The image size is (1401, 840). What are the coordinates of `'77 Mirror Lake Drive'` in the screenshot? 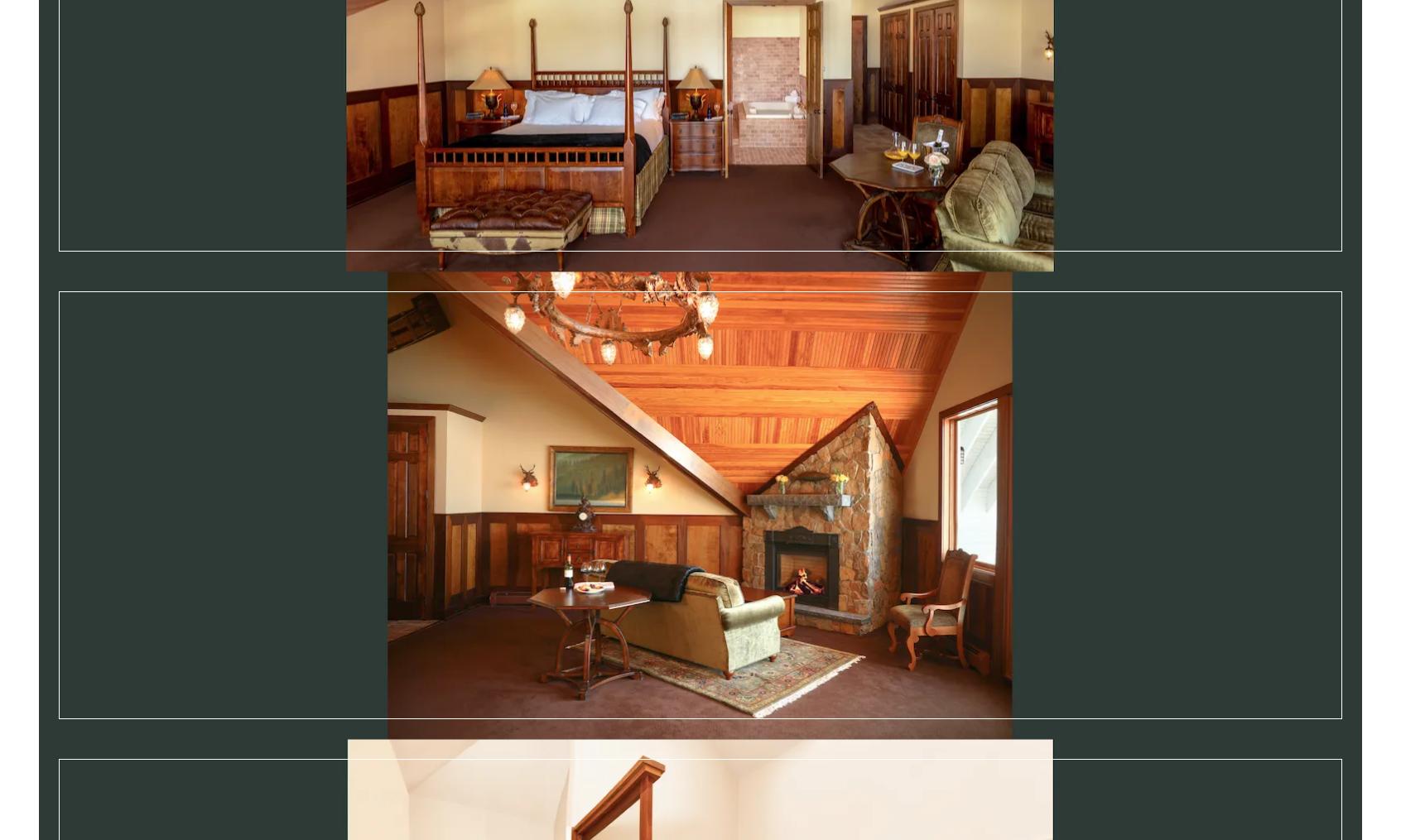 It's located at (194, 770).